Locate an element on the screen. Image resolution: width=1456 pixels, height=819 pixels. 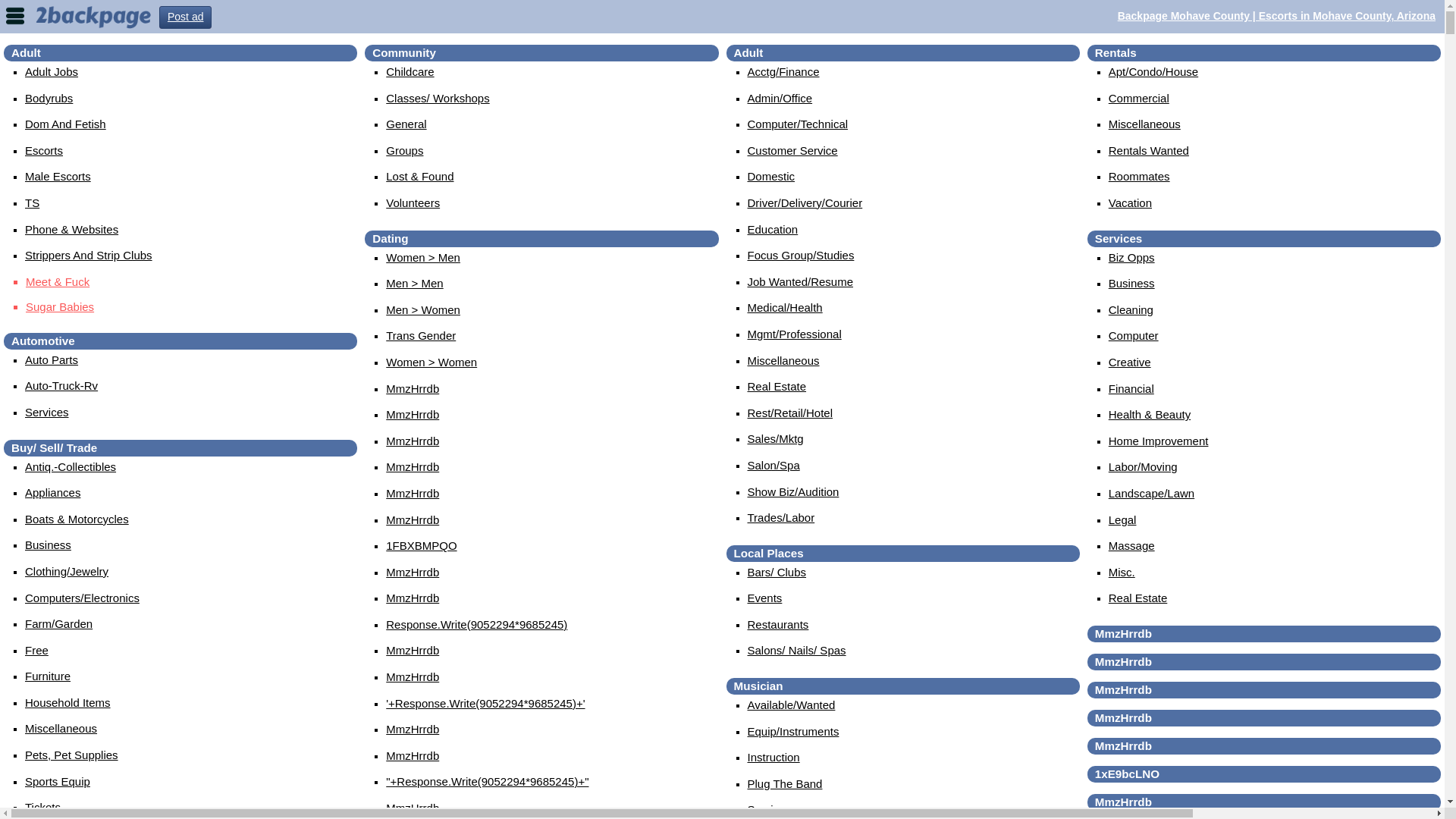
'Men > Men' is located at coordinates (414, 283).